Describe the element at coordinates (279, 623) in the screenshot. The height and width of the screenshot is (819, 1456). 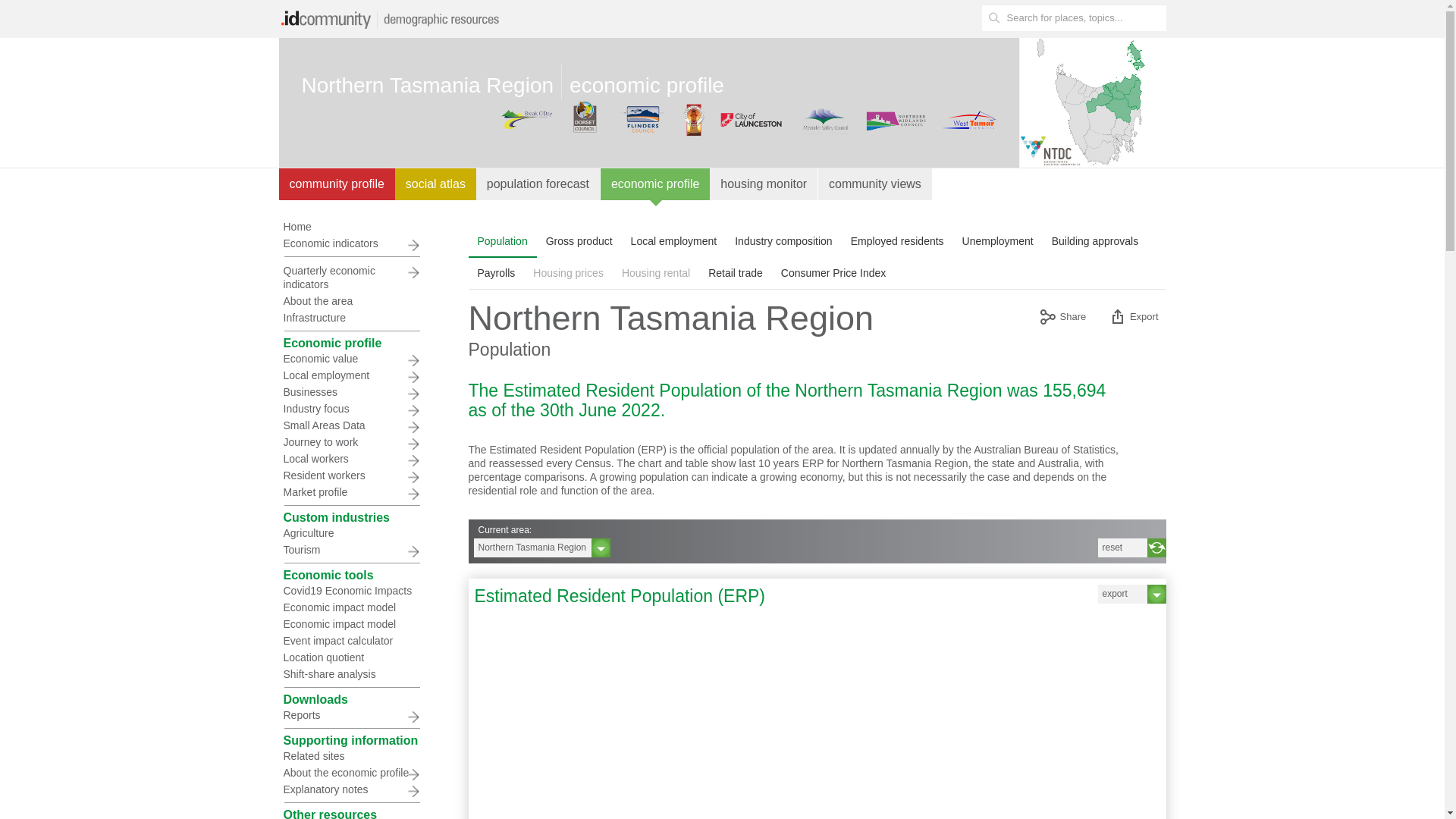
I see `'Economic impact model'` at that location.